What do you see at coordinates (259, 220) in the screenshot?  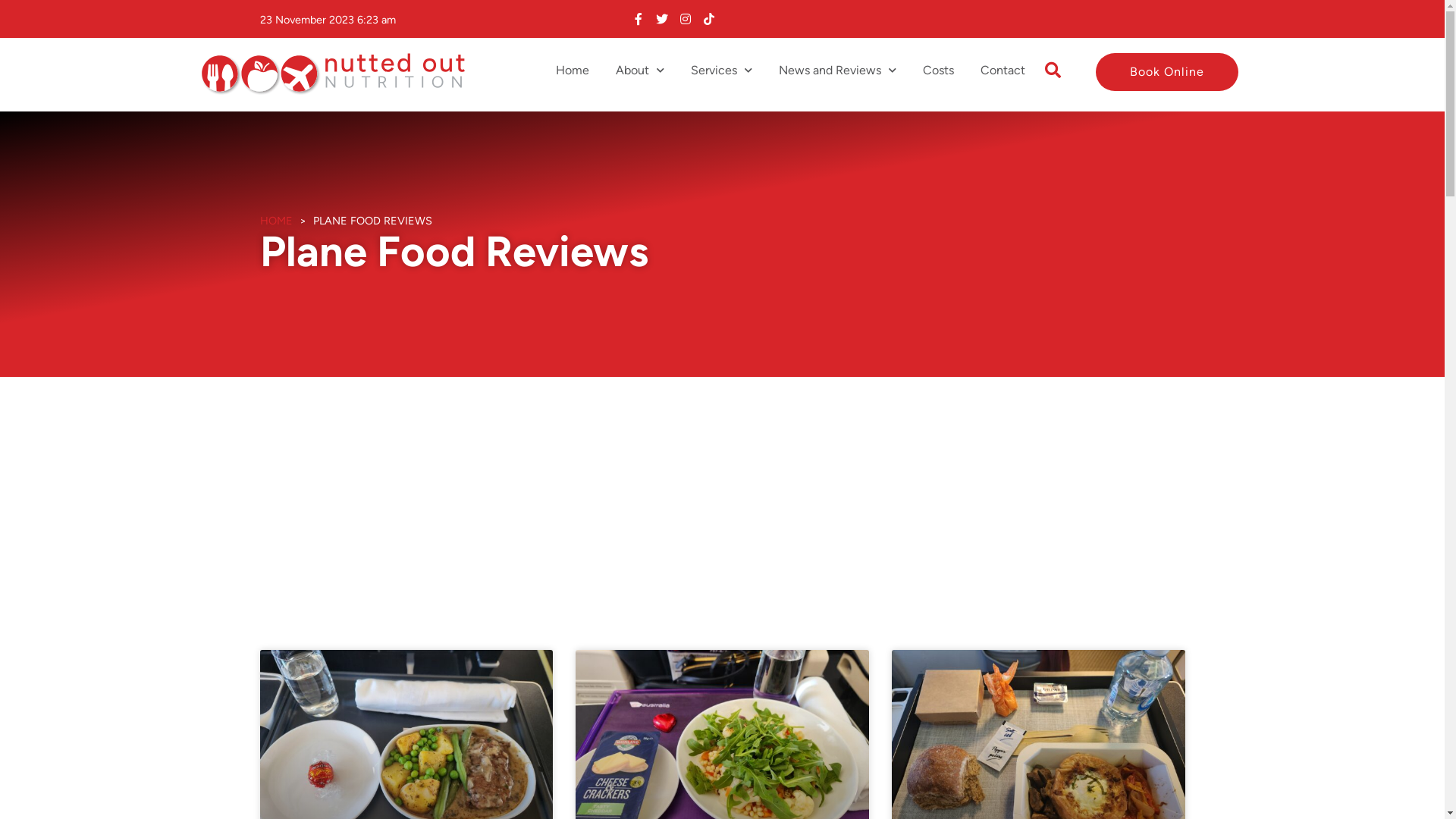 I see `'HOME'` at bounding box center [259, 220].